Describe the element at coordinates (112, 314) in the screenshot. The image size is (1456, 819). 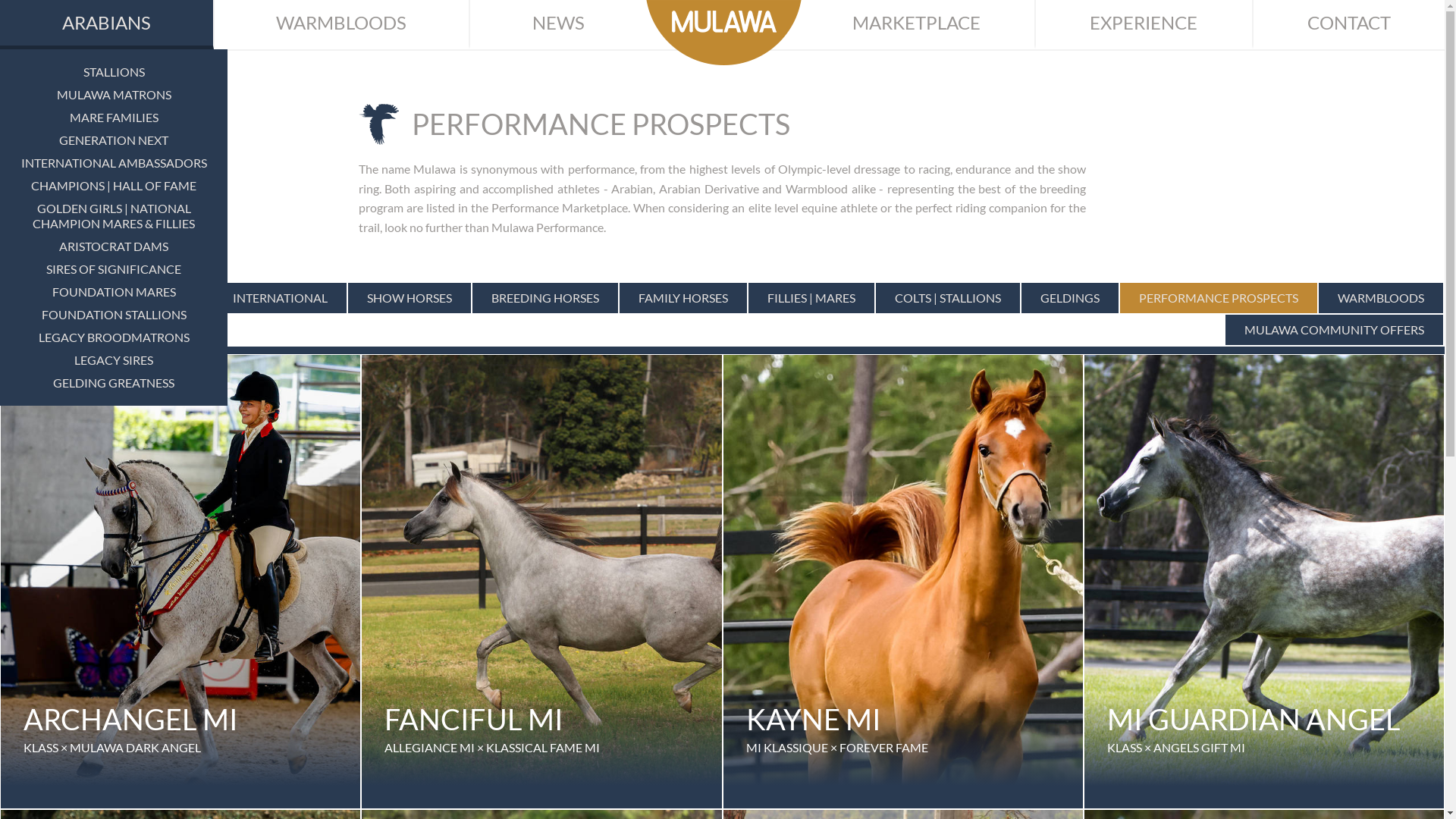
I see `'FOUNDATION STALLIONS'` at that location.